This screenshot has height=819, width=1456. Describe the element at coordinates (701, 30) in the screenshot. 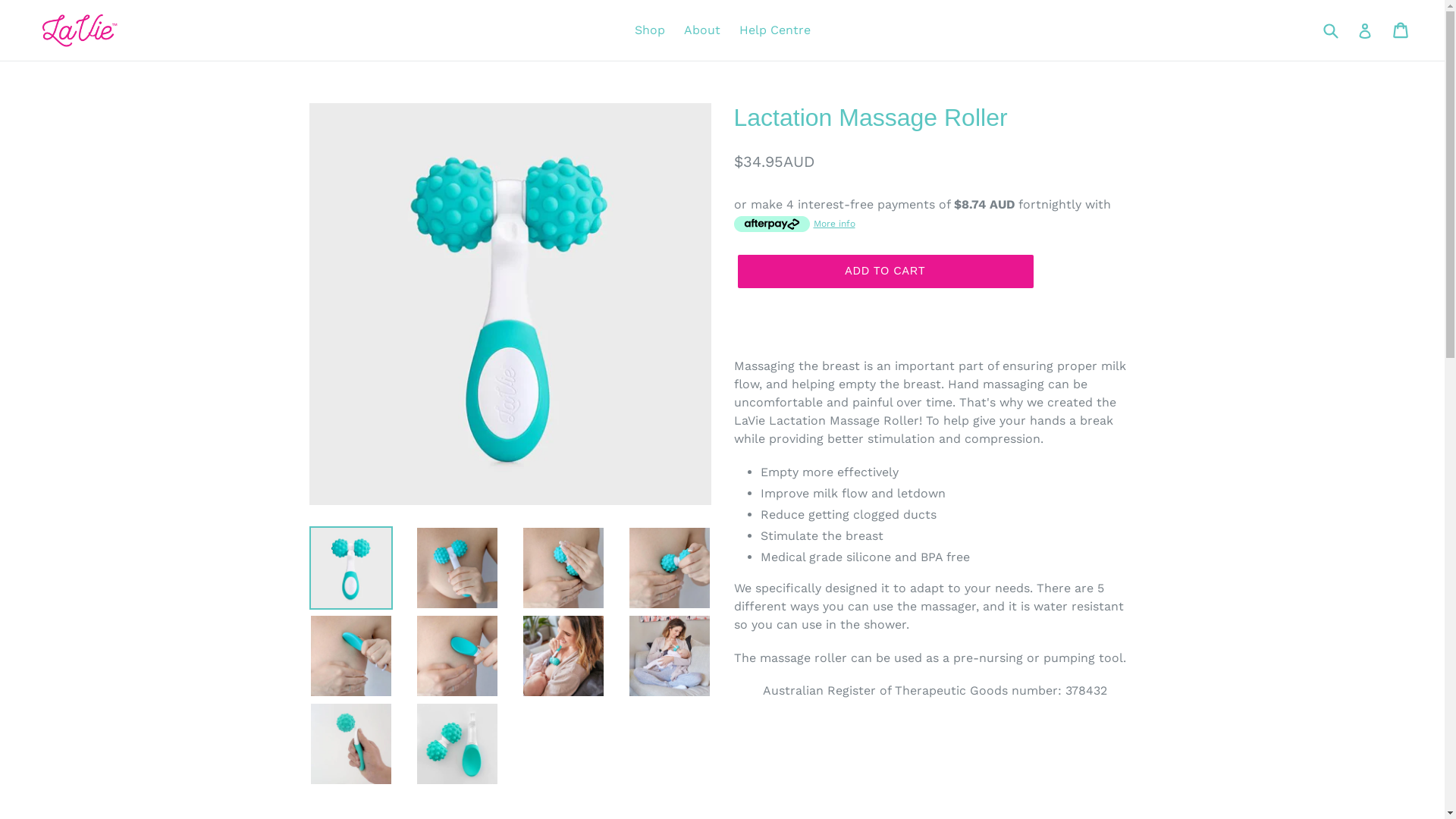

I see `'About'` at that location.